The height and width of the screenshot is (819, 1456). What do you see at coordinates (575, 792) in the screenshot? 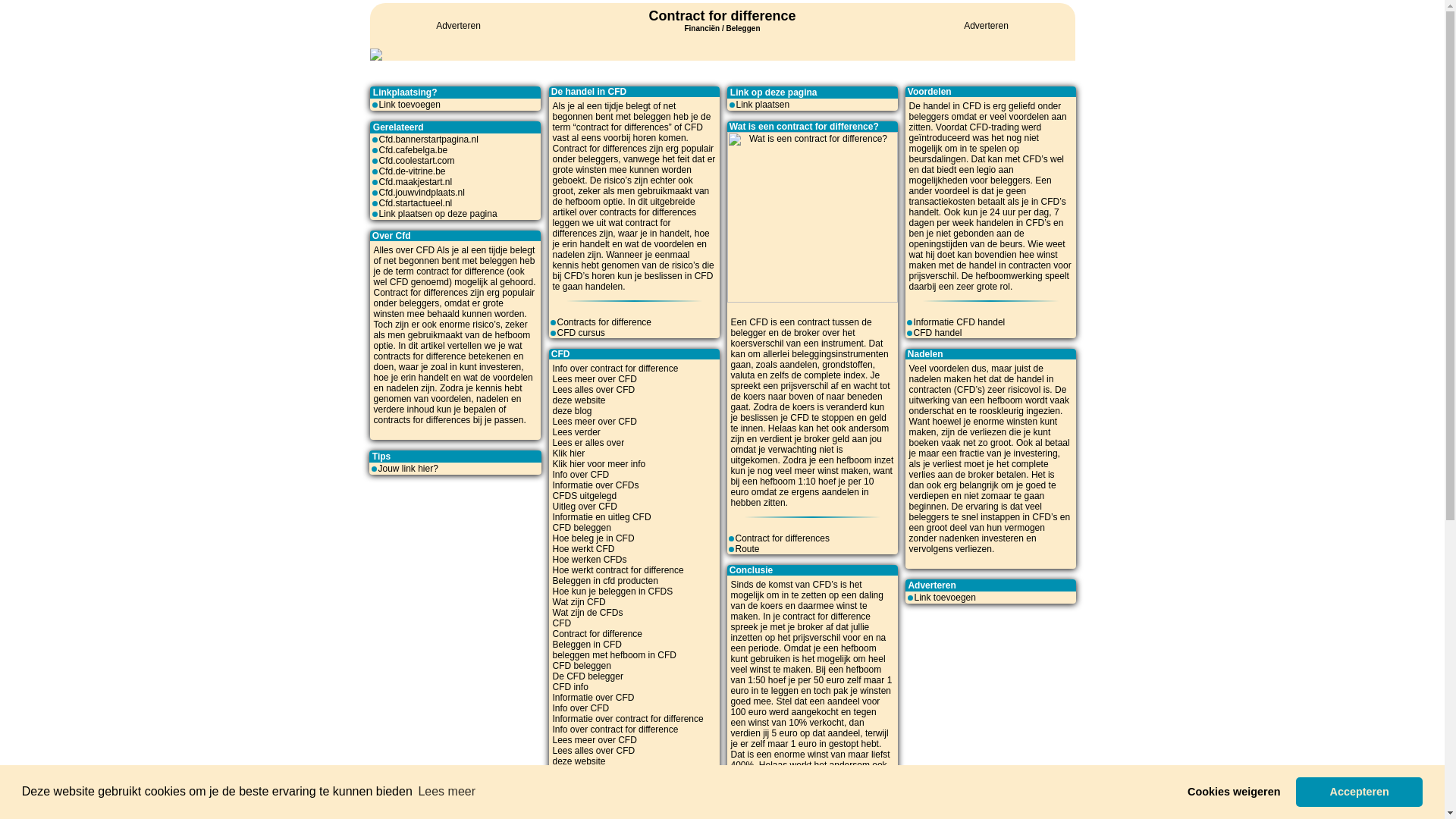
I see `'Lees verder'` at bounding box center [575, 792].